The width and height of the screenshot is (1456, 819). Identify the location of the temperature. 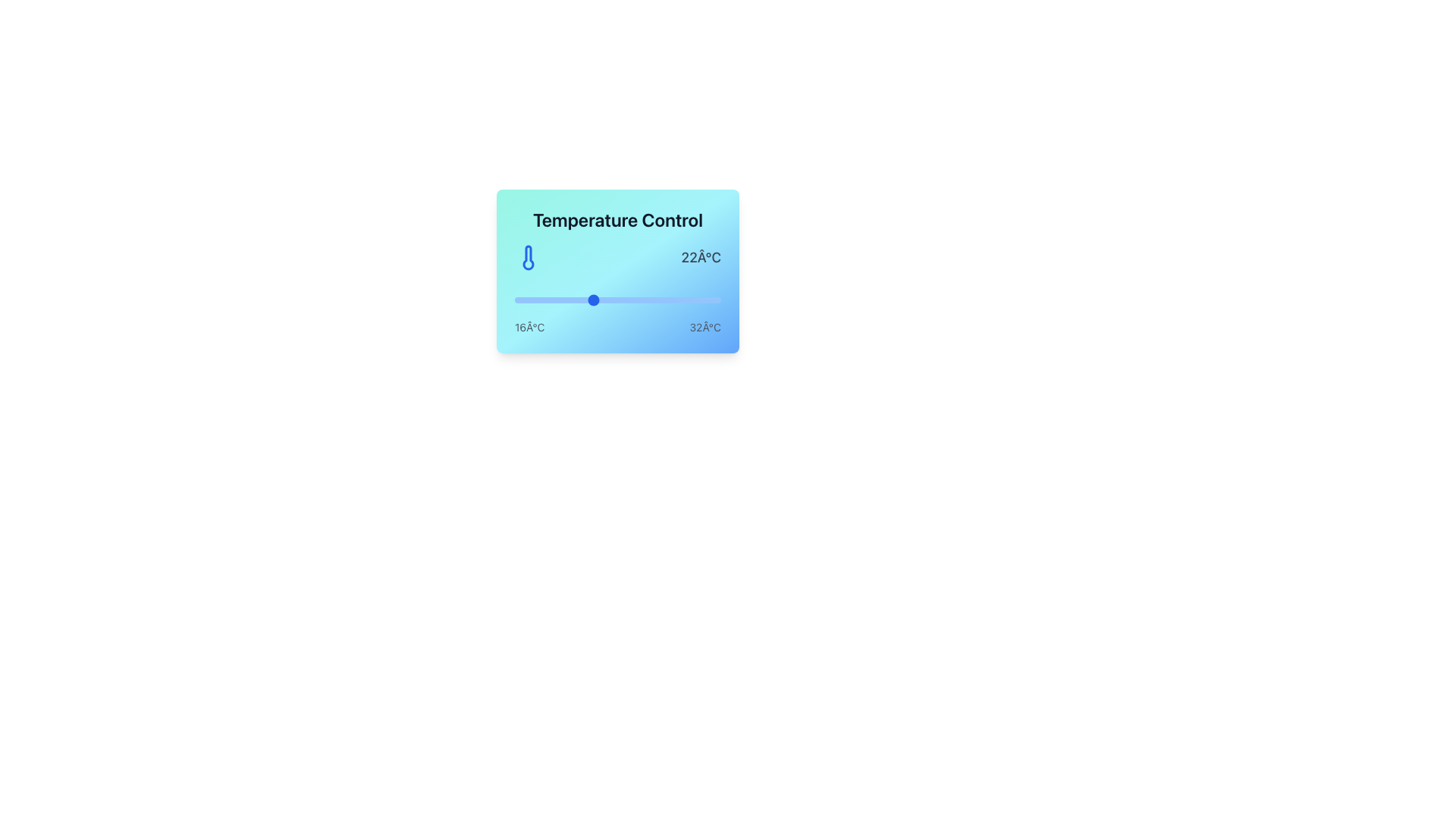
(644, 300).